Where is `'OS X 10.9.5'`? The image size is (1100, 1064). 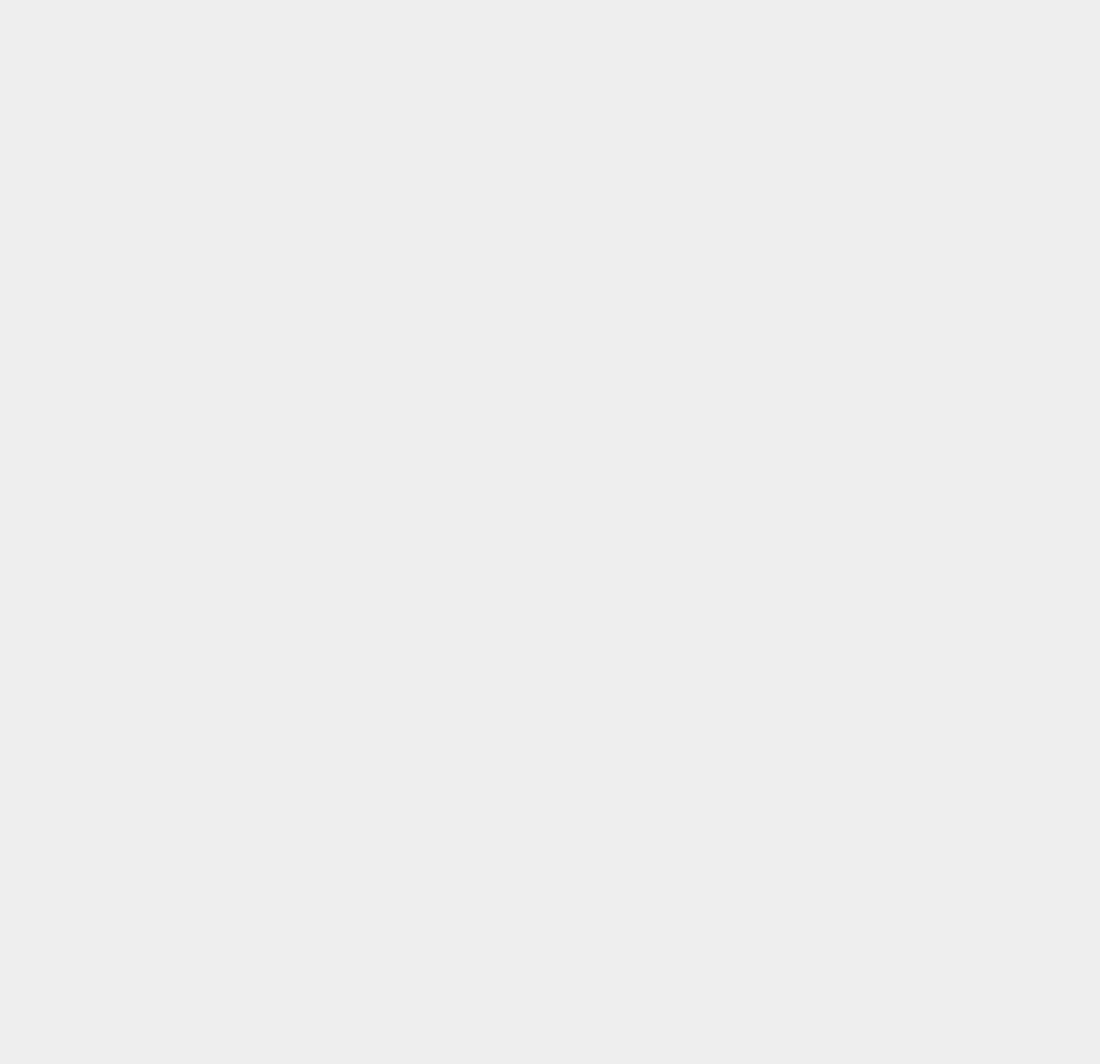
'OS X 10.9.5' is located at coordinates (814, 757).